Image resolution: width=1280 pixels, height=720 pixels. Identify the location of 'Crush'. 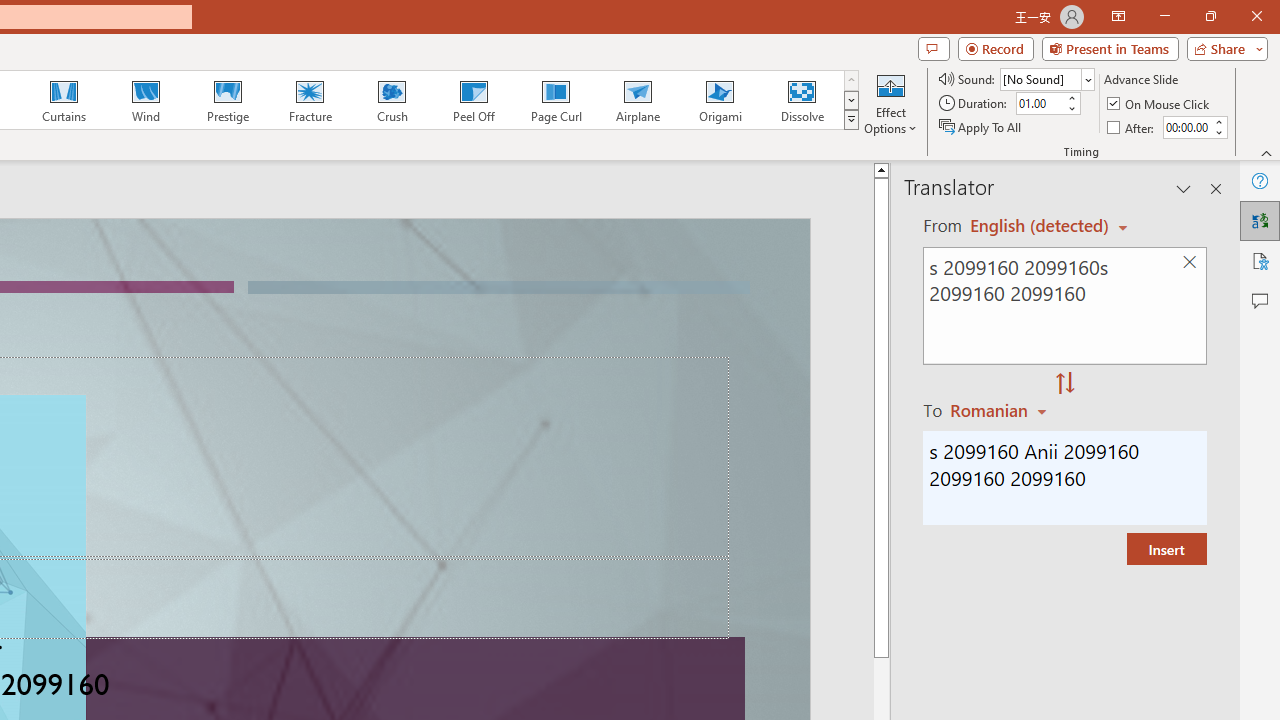
(391, 100).